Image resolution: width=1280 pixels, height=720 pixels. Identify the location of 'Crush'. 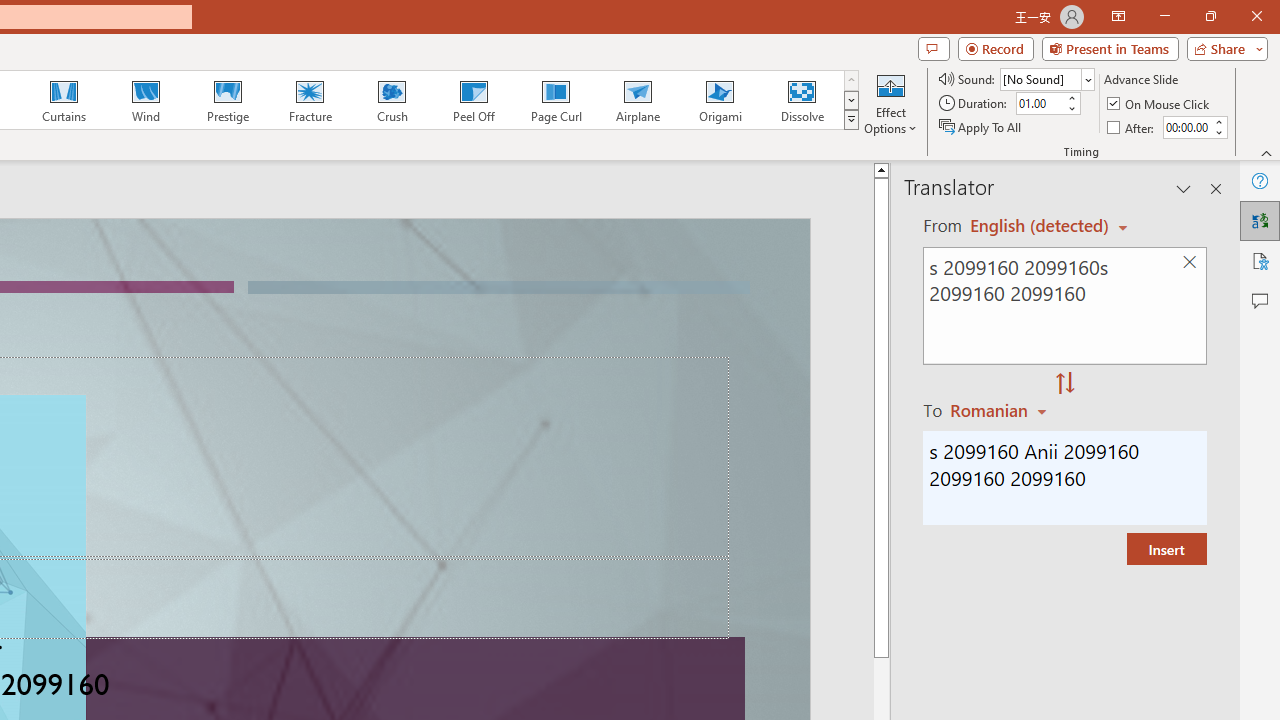
(391, 100).